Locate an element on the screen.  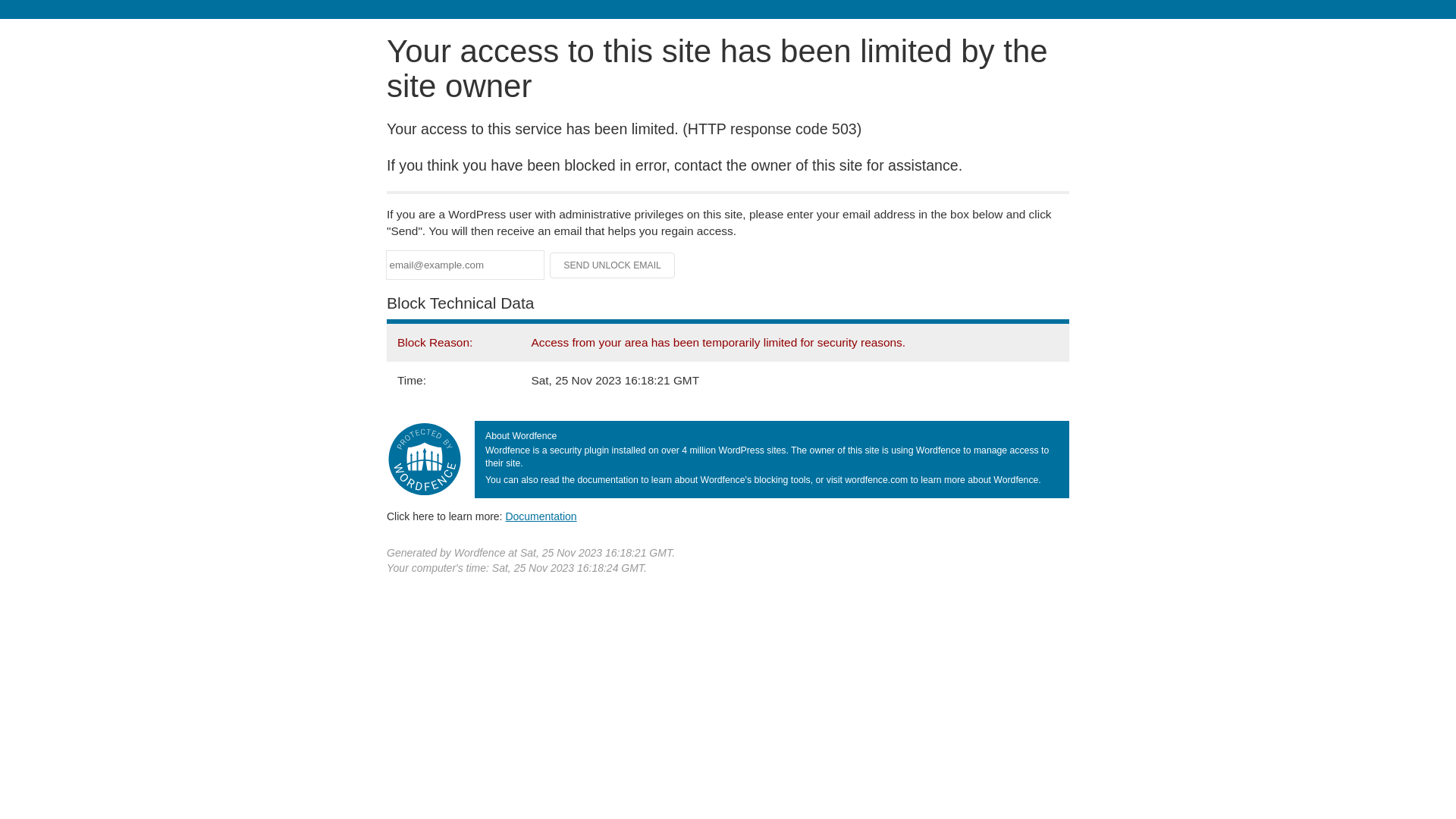
'Documentation' is located at coordinates (541, 516).